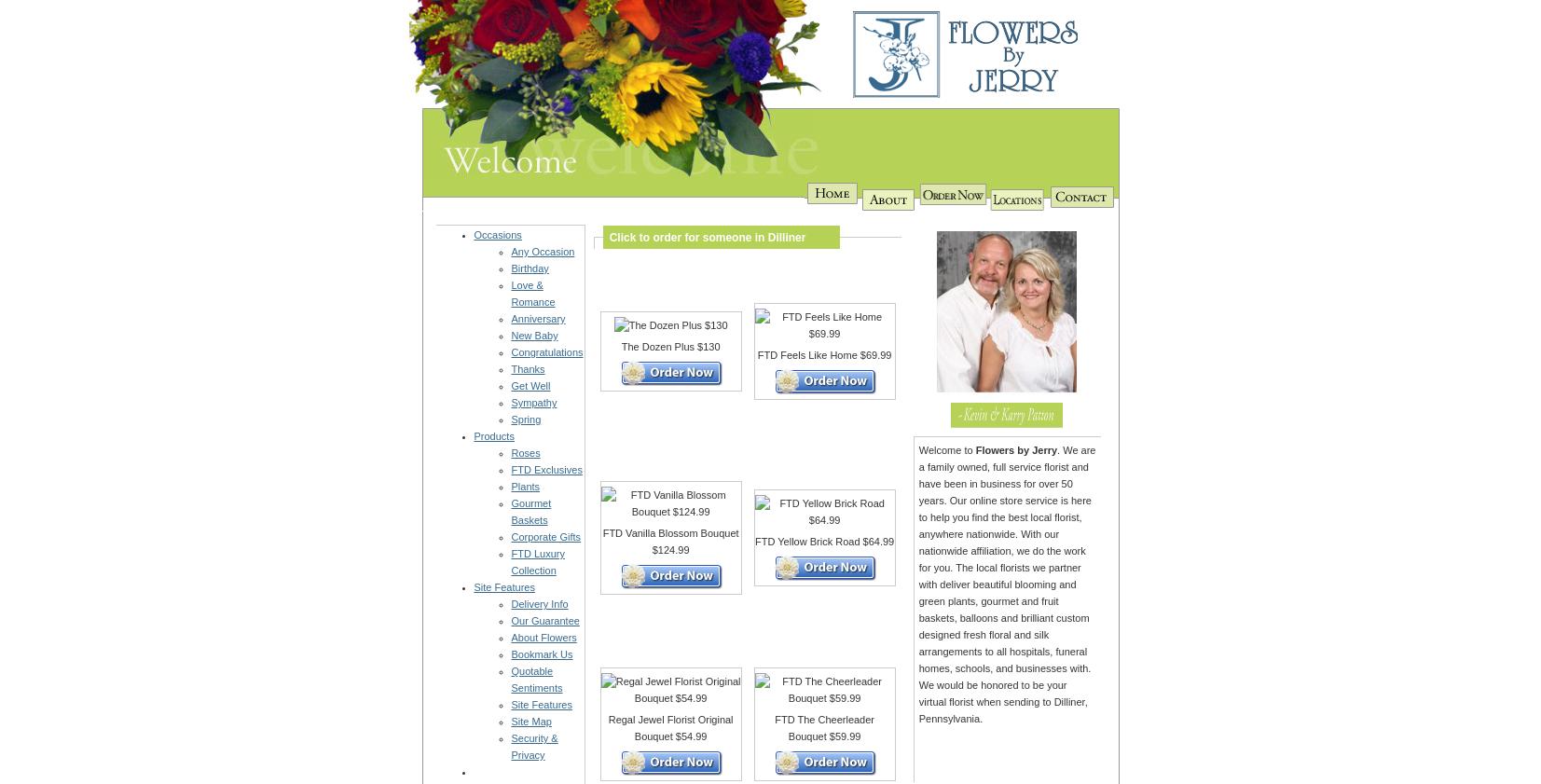  I want to click on 'Click to order for someone in Dilliner', so click(703, 235).